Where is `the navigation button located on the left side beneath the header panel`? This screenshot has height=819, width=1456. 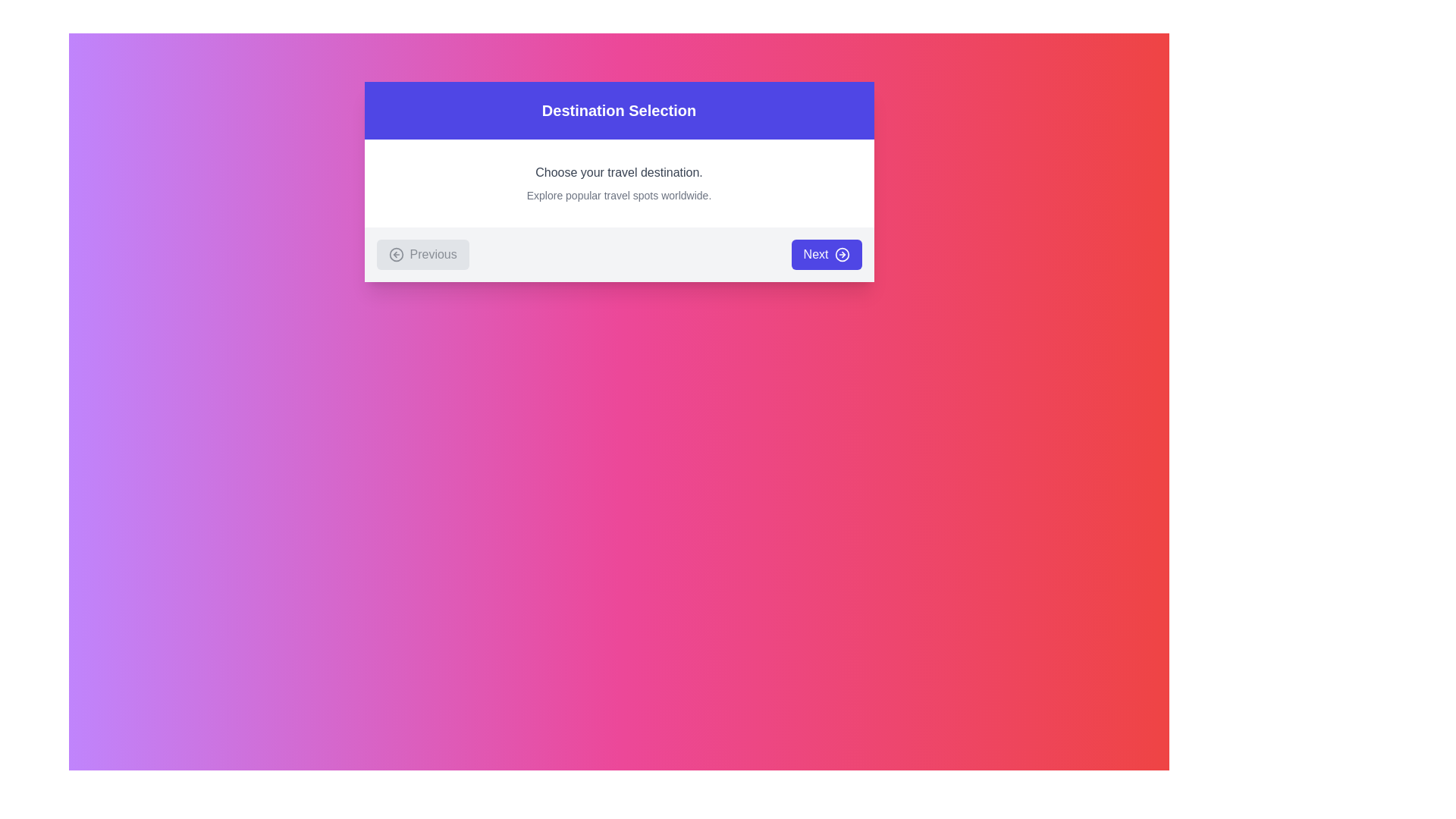 the navigation button located on the left side beneath the header panel is located at coordinates (422, 253).